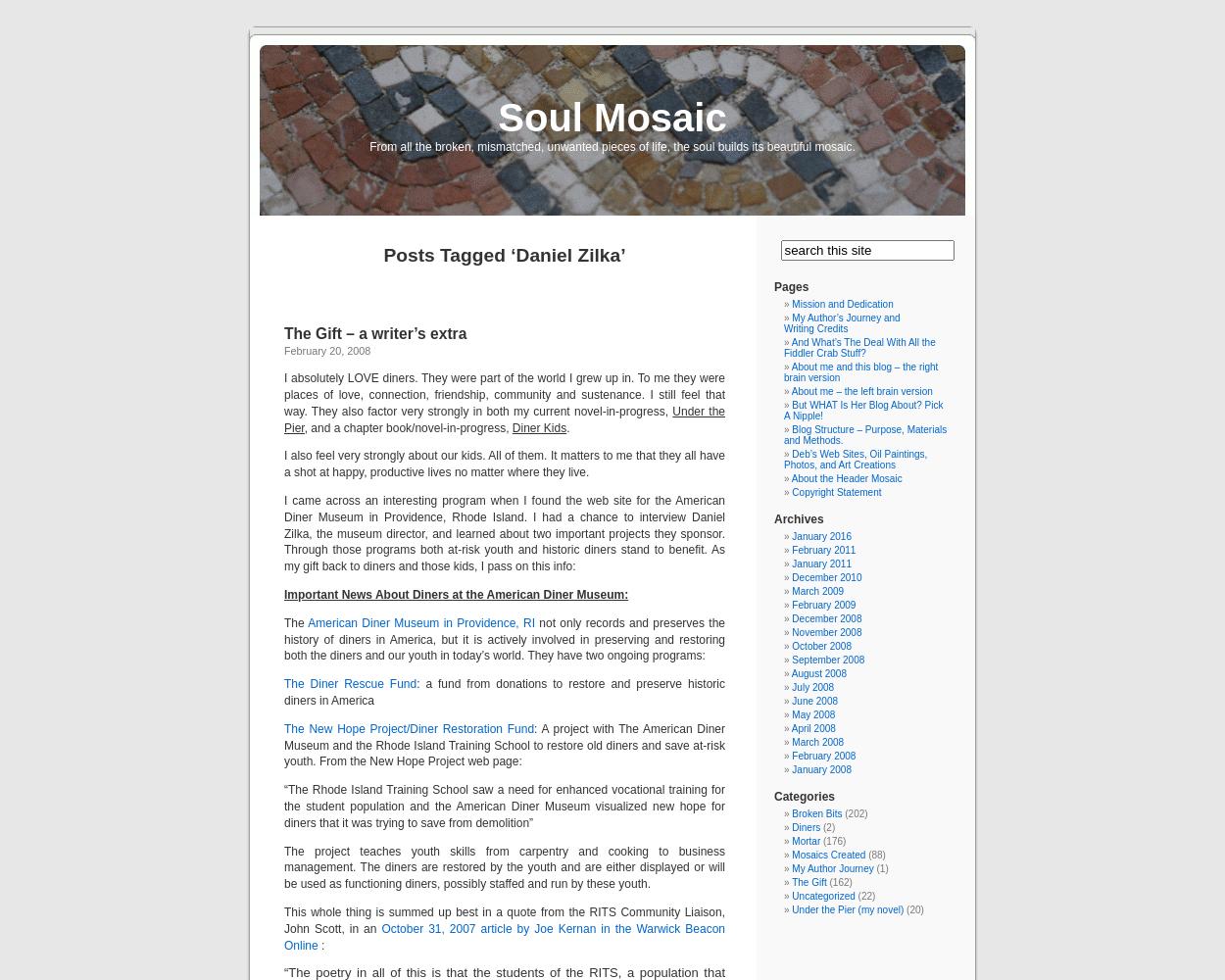  What do you see at coordinates (409, 727) in the screenshot?
I see `'The New Hope Project/Diner Restoration Fund'` at bounding box center [409, 727].